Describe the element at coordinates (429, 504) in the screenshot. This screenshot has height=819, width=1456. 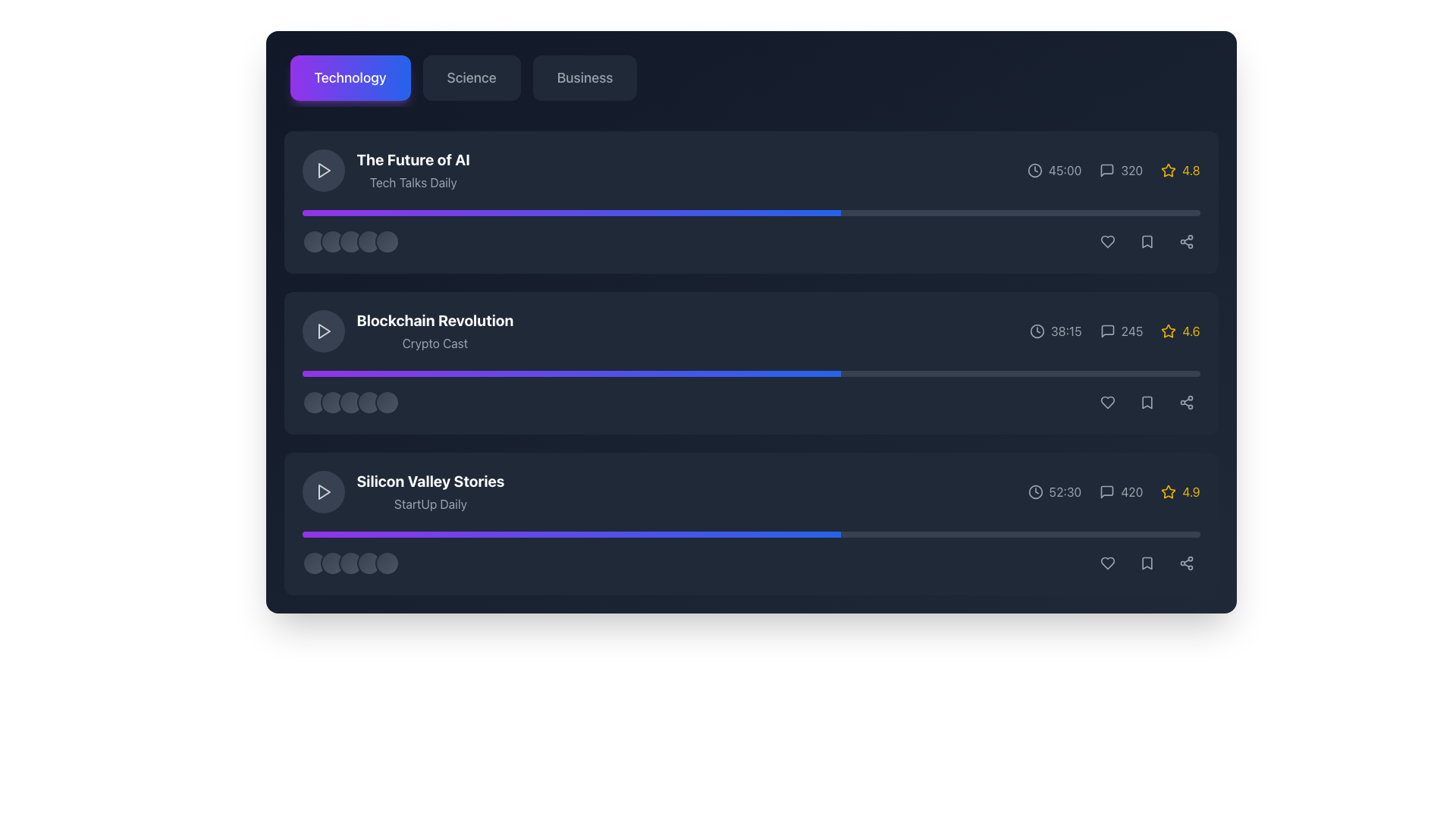
I see `the subtitle text located beneath the bold title 'Silicon Valley Stories' in the third list item` at that location.